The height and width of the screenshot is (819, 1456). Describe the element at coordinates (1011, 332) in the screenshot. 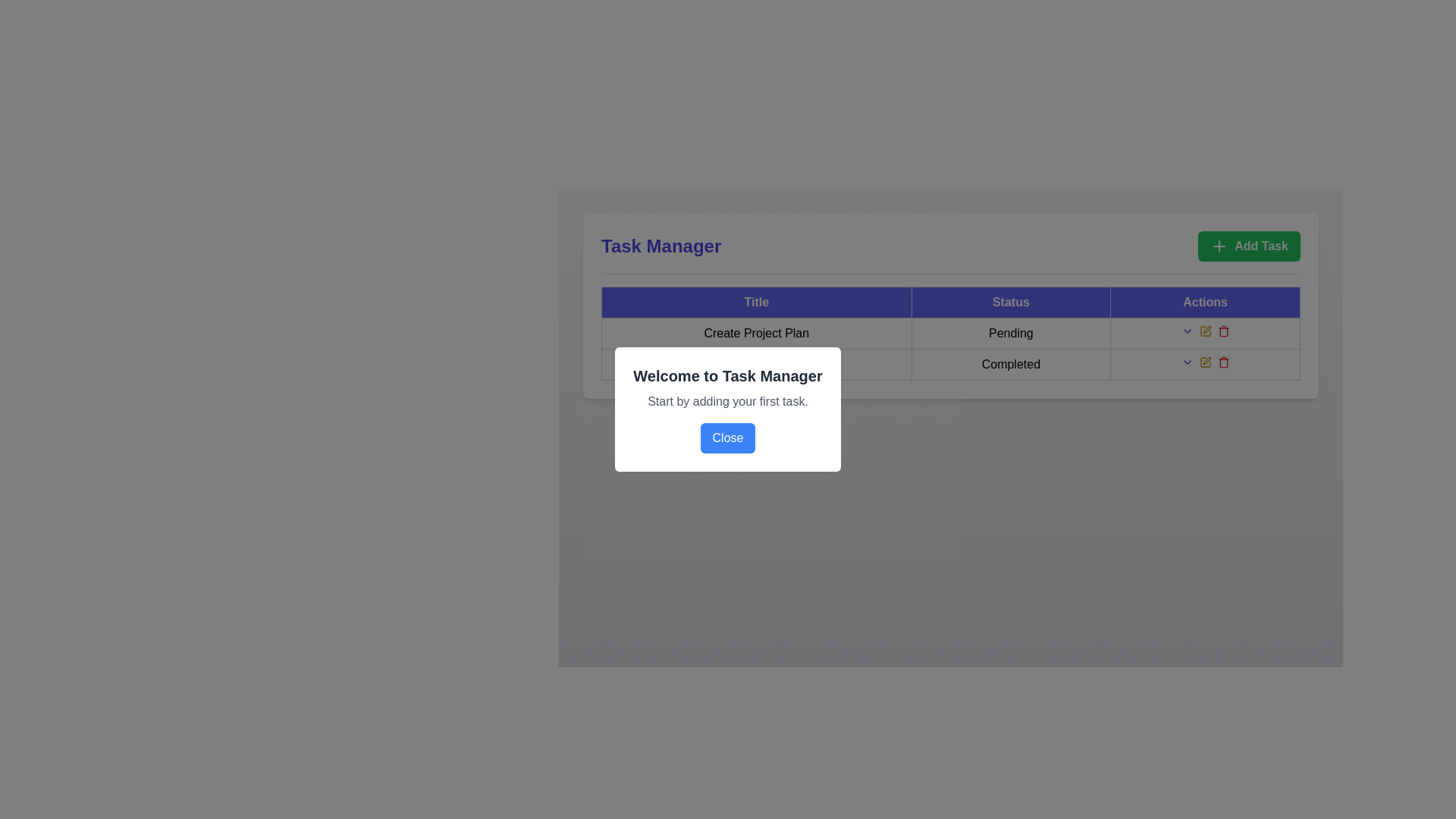

I see `the text label 'Pending' in the second cell of the 'Status' column of the table, which is styled with a border and centered alignment` at that location.